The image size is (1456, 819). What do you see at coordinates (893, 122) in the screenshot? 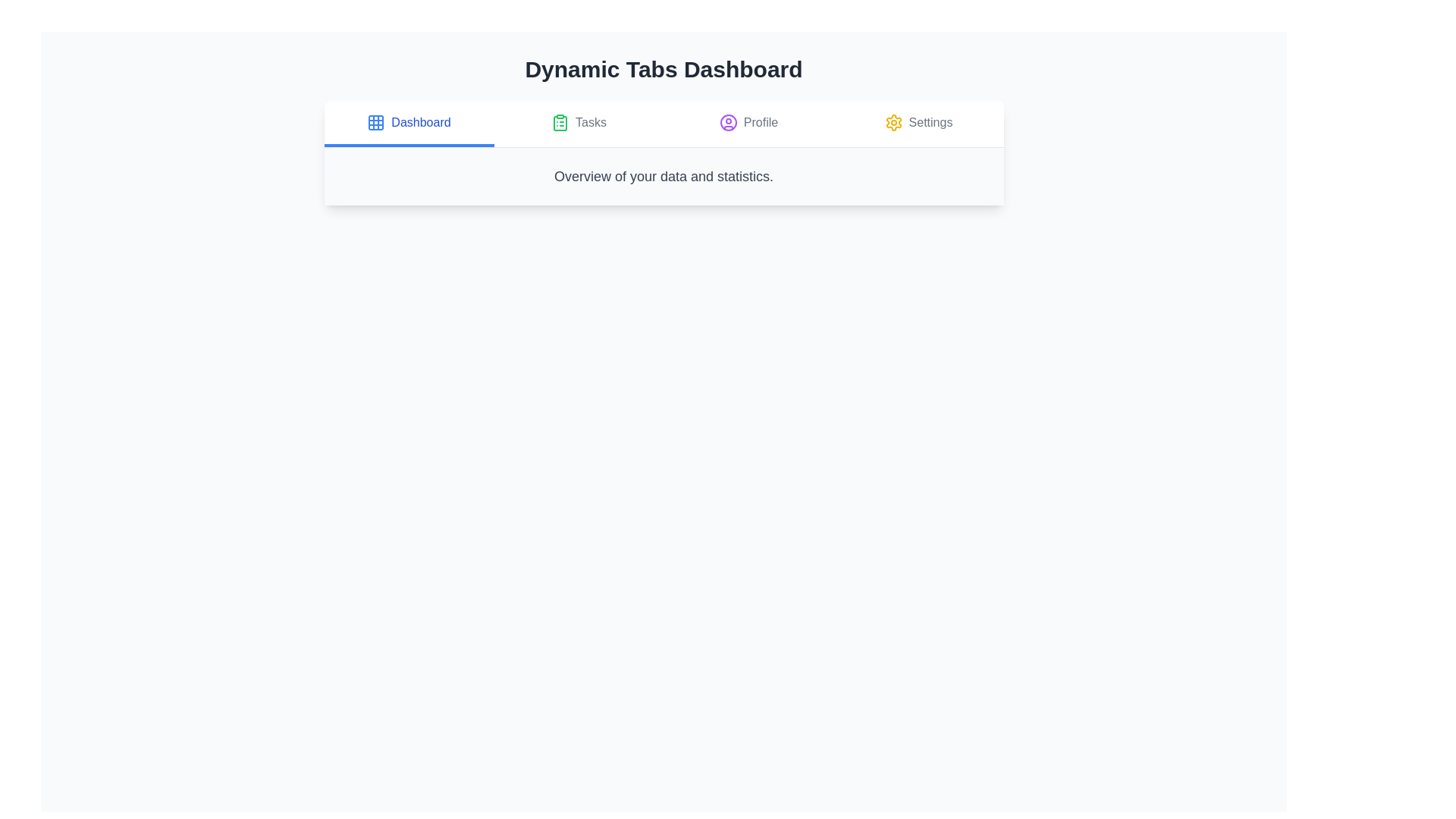
I see `the yellow cogwheel settings icon located in the top right section of the tabbed navigation bar` at bounding box center [893, 122].